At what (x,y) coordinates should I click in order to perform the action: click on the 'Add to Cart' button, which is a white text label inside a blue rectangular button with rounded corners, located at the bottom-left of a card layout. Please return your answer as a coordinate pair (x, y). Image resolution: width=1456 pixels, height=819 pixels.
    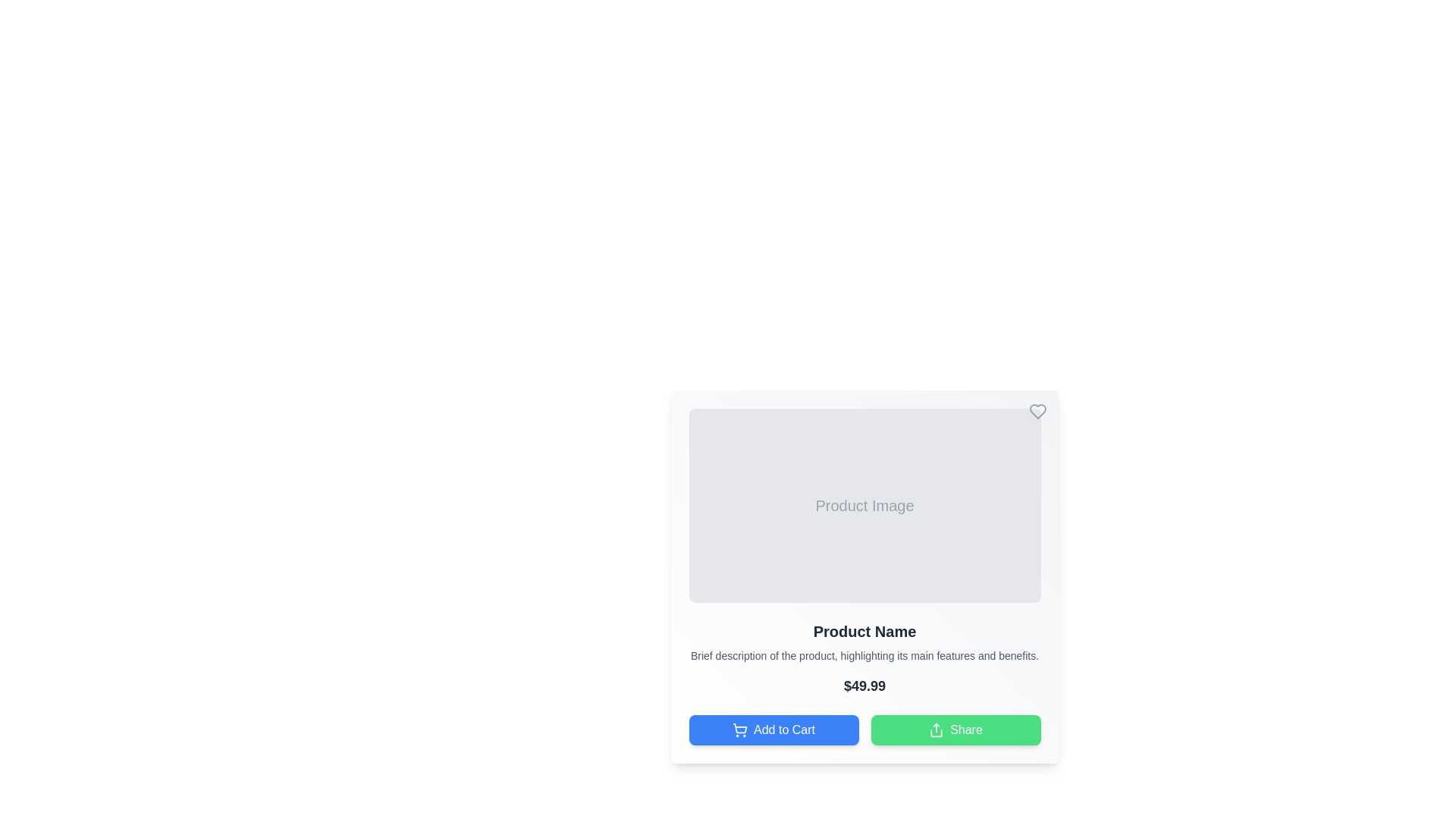
    Looking at the image, I should click on (784, 730).